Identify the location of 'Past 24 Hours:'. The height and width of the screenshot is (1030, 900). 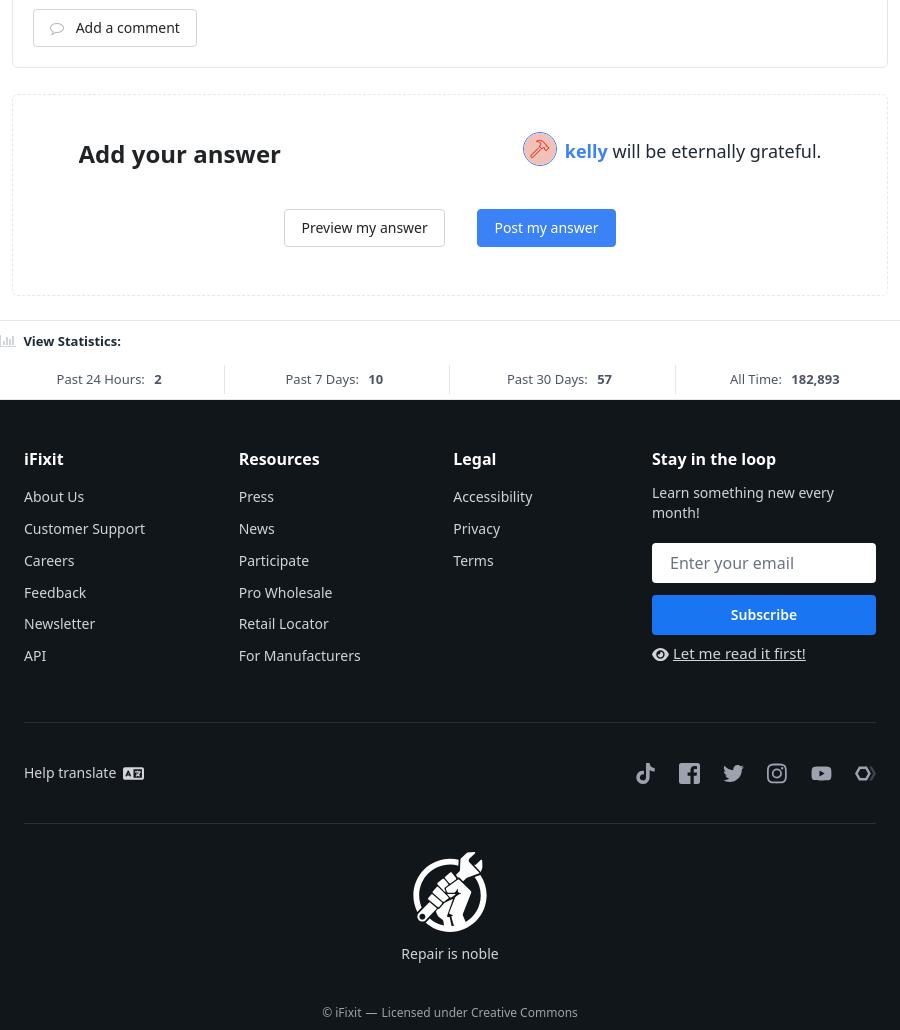
(54, 625).